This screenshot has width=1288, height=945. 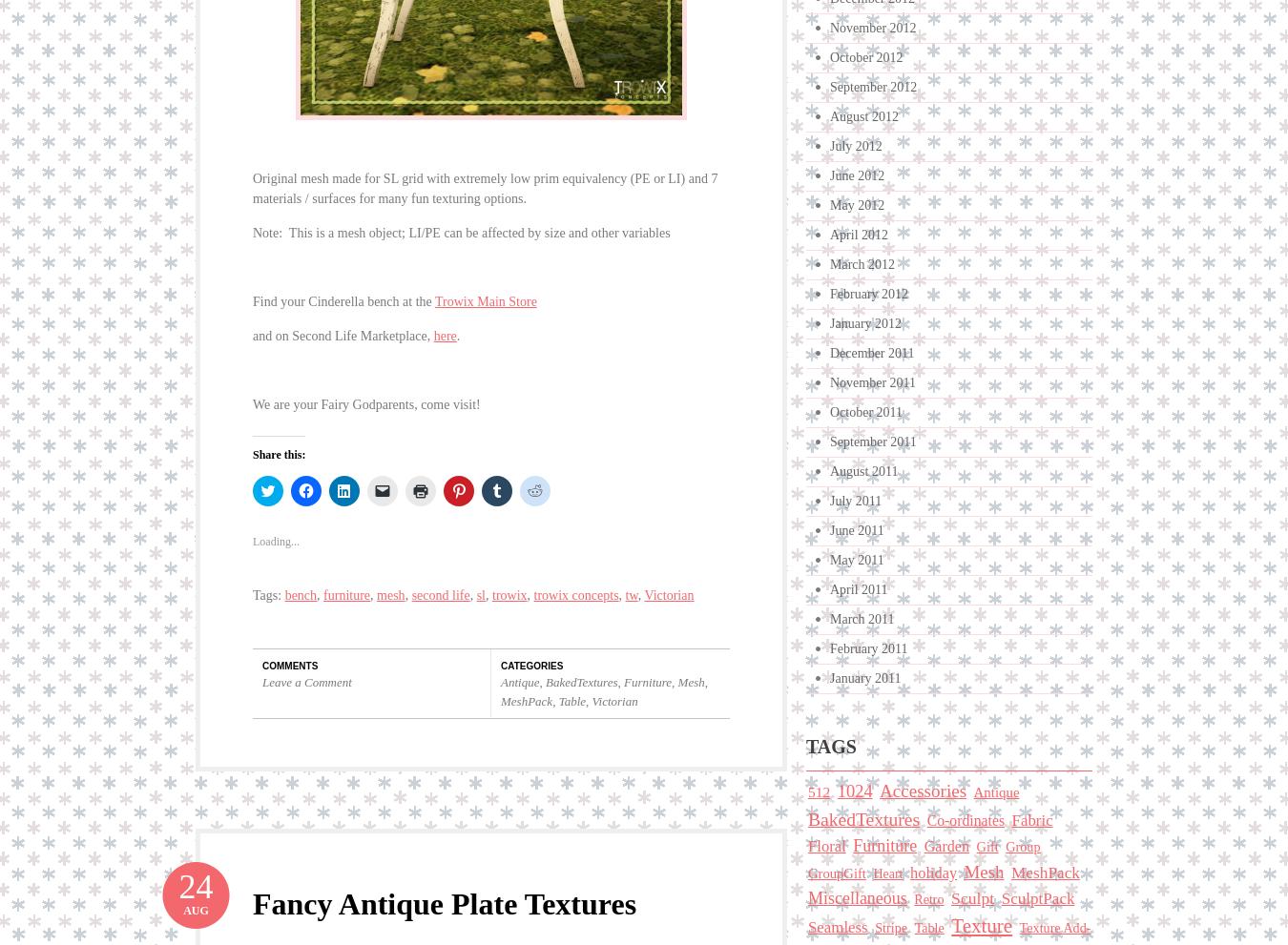 I want to click on 'furniture', so click(x=346, y=590).